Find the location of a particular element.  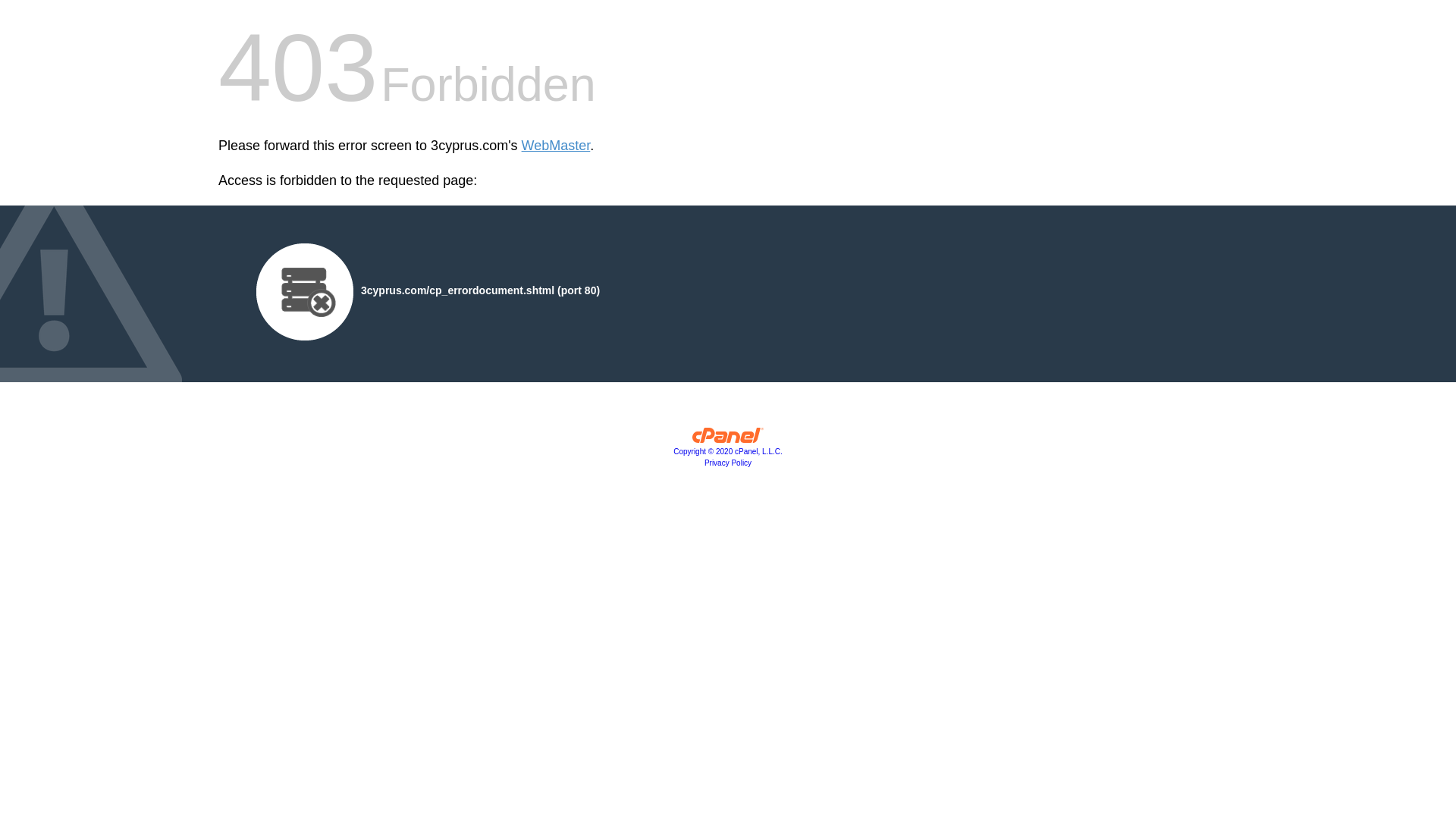

'cPanel, Inc.' is located at coordinates (728, 438).